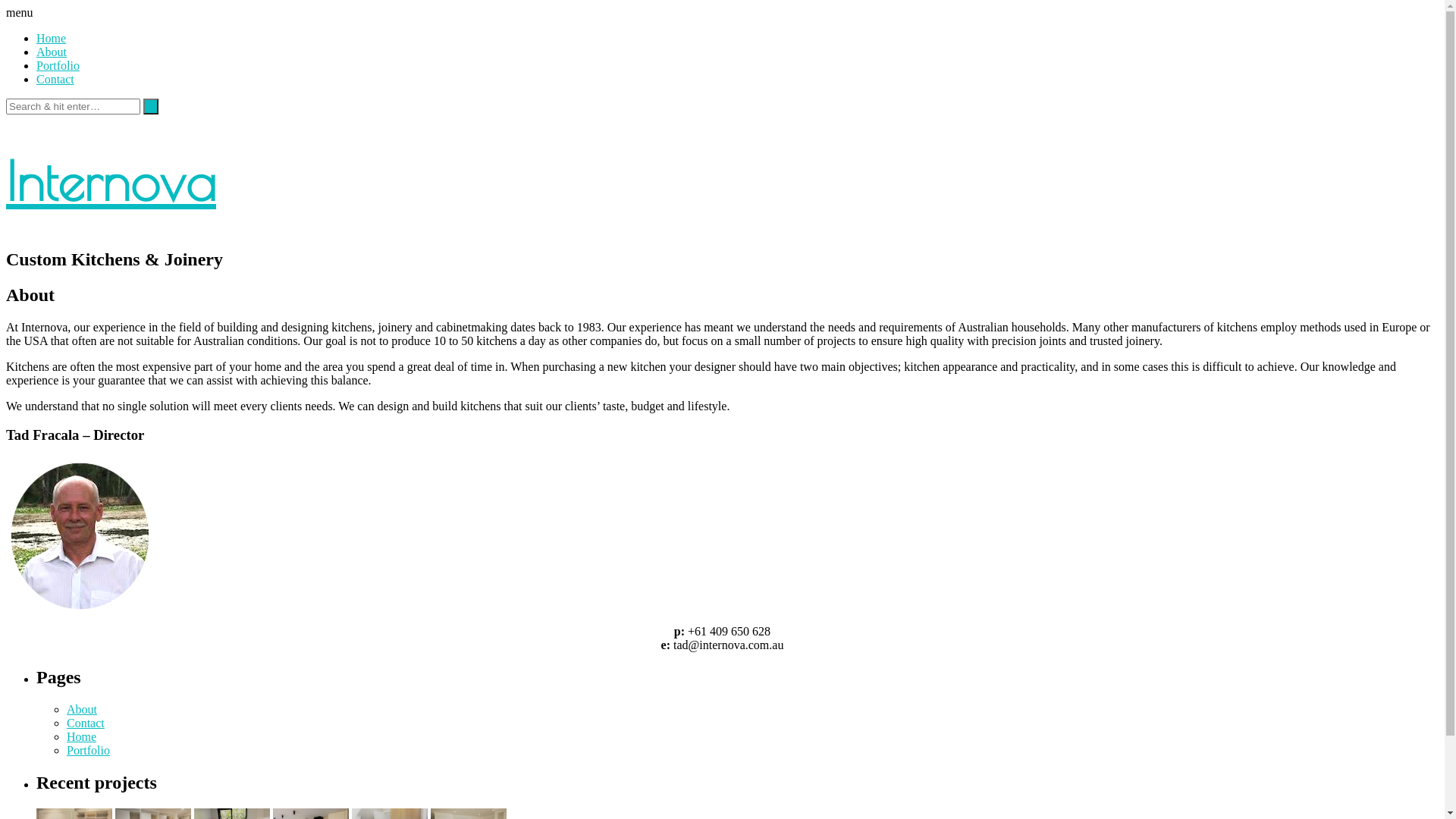 This screenshot has height=819, width=1456. I want to click on 'Internova', so click(6, 180).